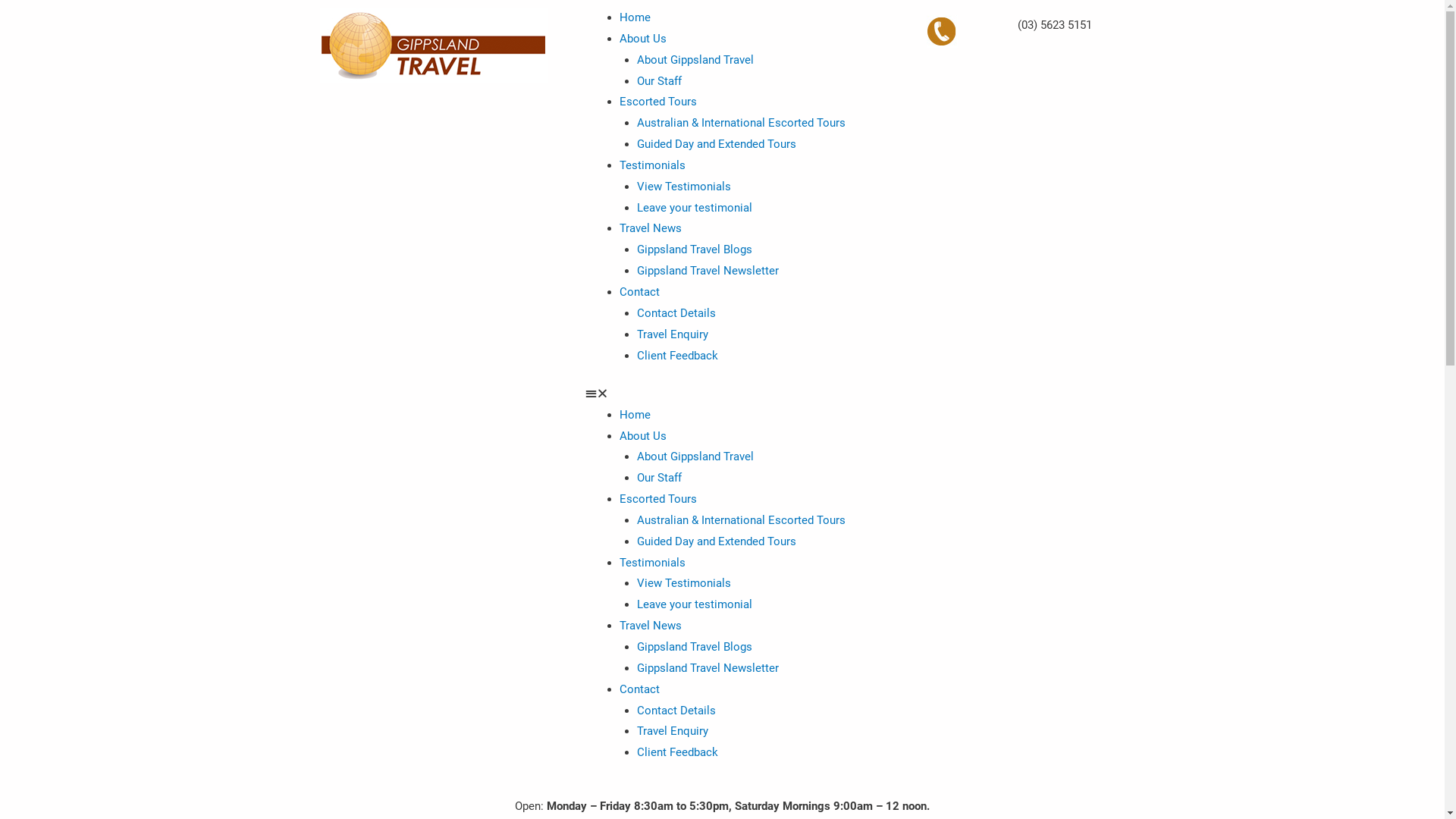 Image resolution: width=1456 pixels, height=819 pixels. I want to click on 'Home', so click(635, 415).